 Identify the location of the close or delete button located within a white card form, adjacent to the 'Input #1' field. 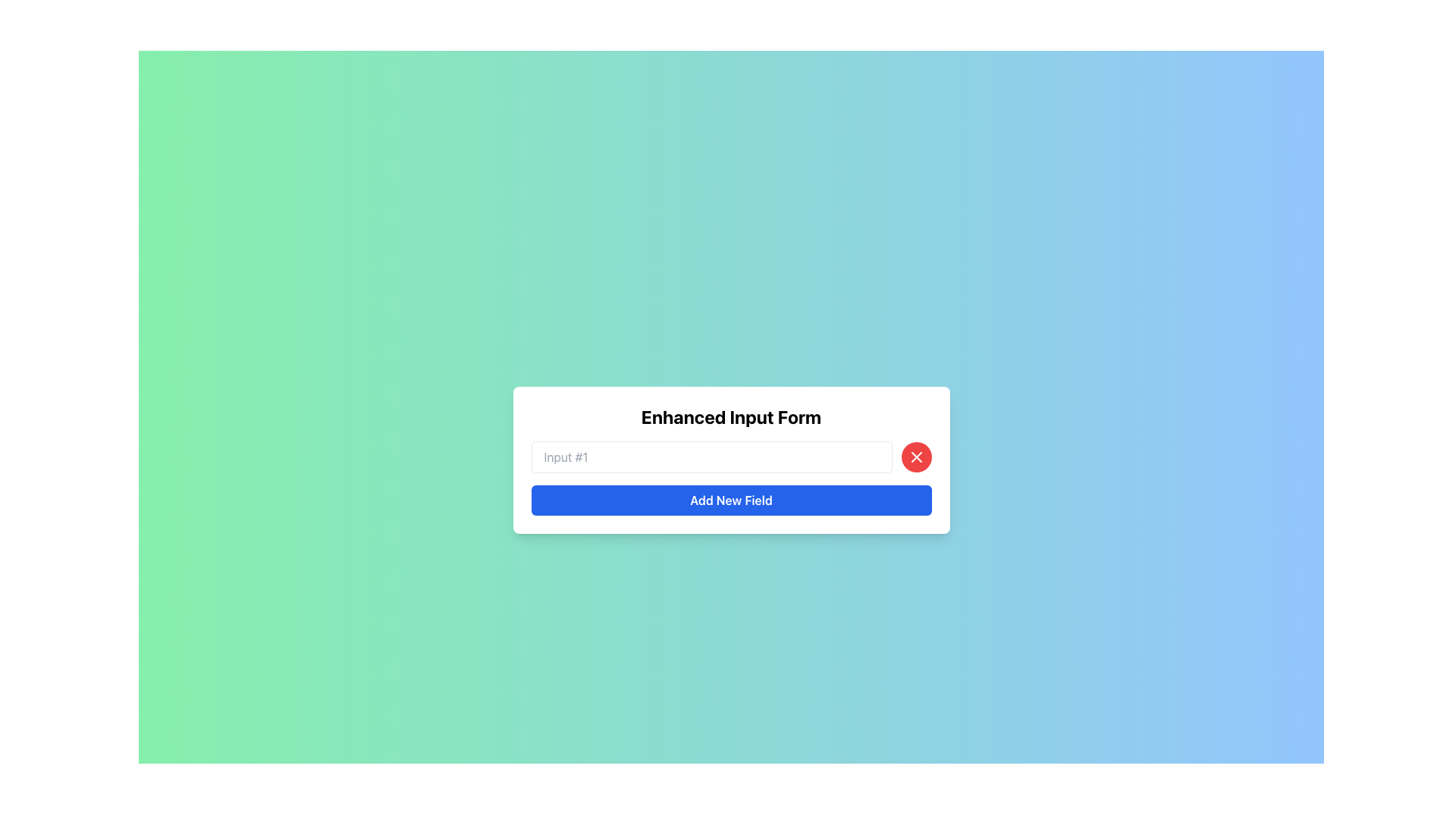
(915, 456).